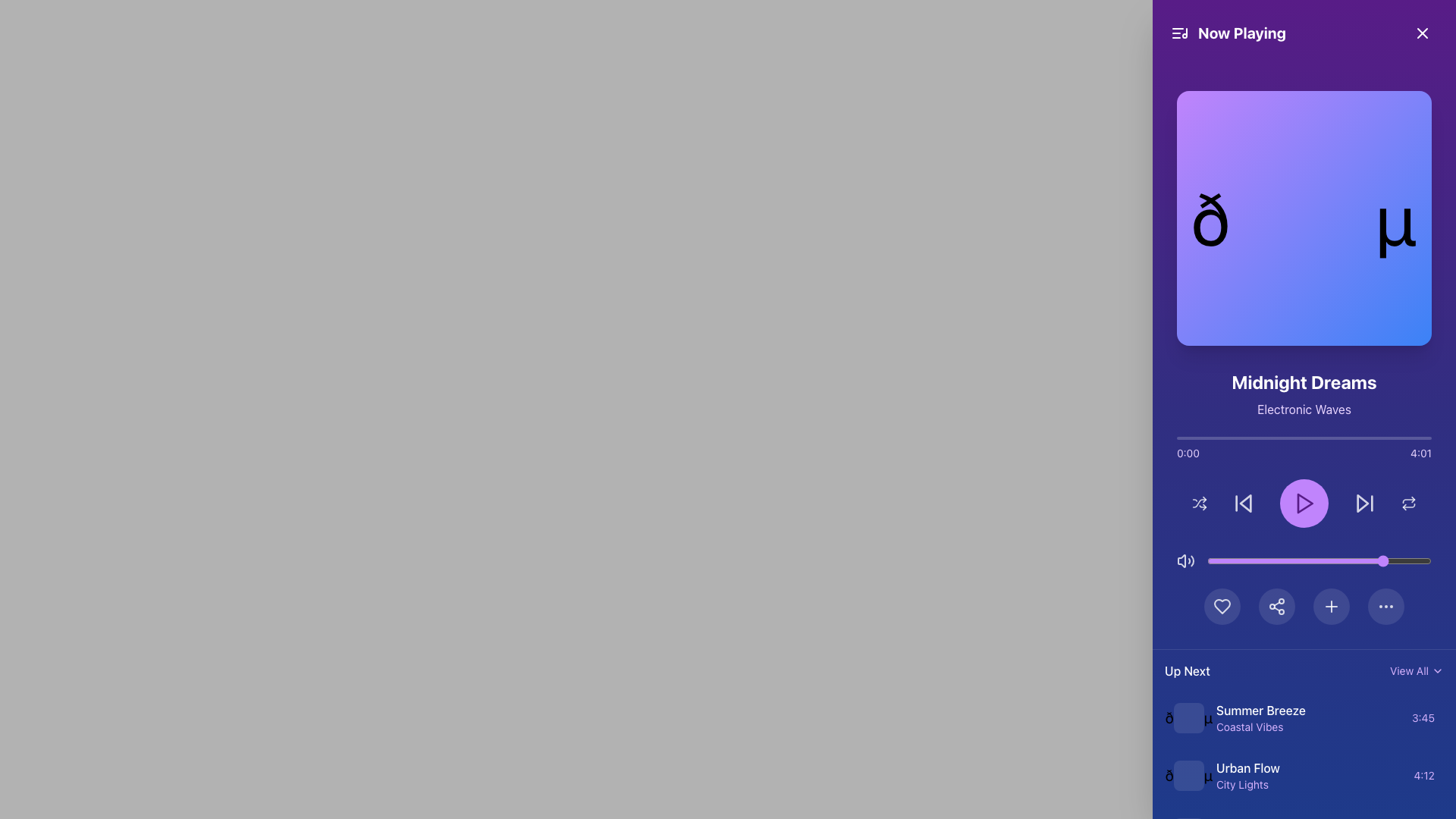 This screenshot has height=819, width=1456. What do you see at coordinates (1303, 503) in the screenshot?
I see `the triangular play button icon with a purple background located in the center of the music playback control section to play the track` at bounding box center [1303, 503].